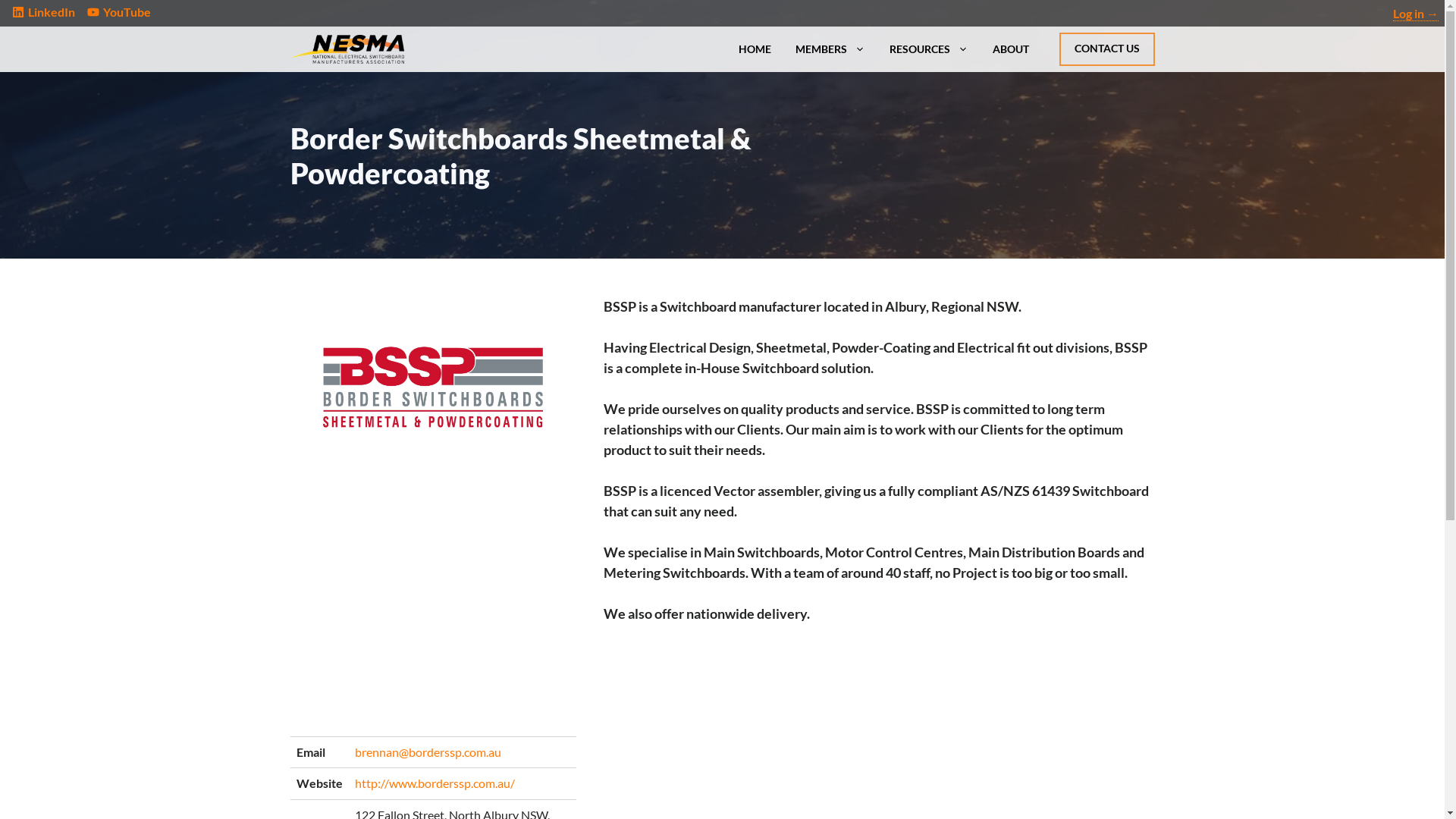 This screenshot has width=1456, height=819. Describe the element at coordinates (434, 783) in the screenshot. I see `'http://www.borderssp.com.au/'` at that location.